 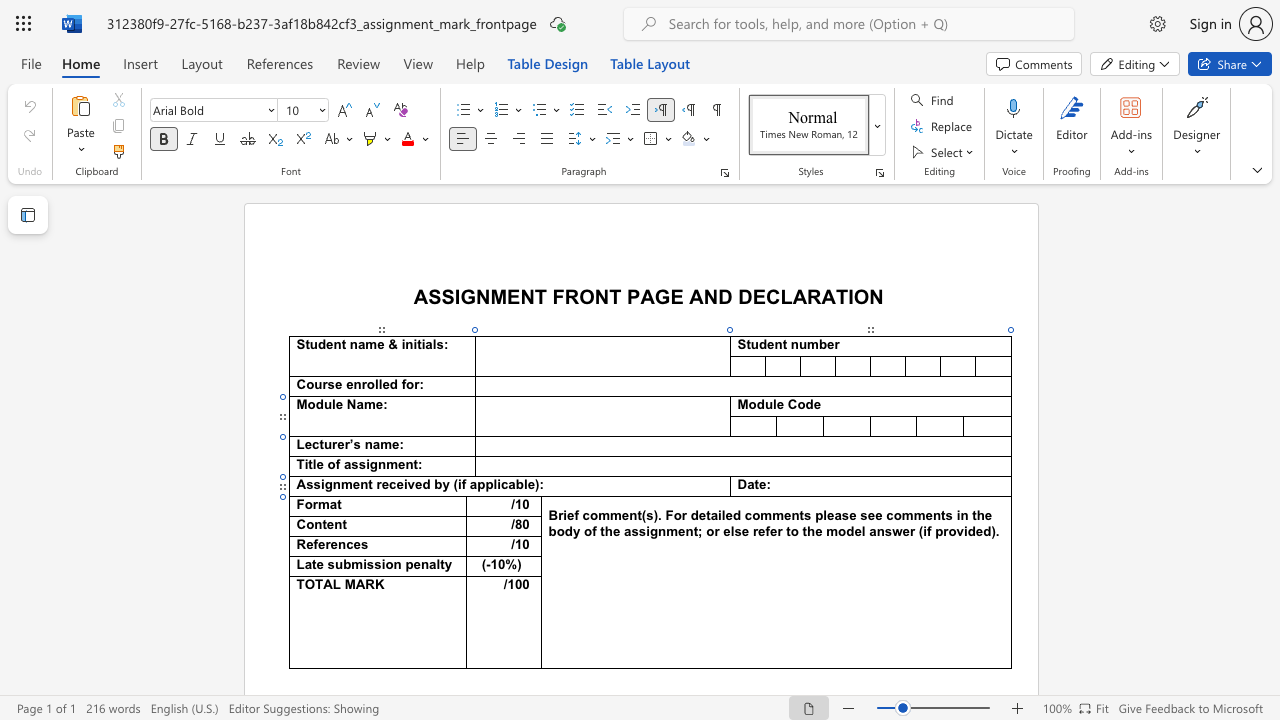 I want to click on the 14th character "e" in the text, so click(x=726, y=530).